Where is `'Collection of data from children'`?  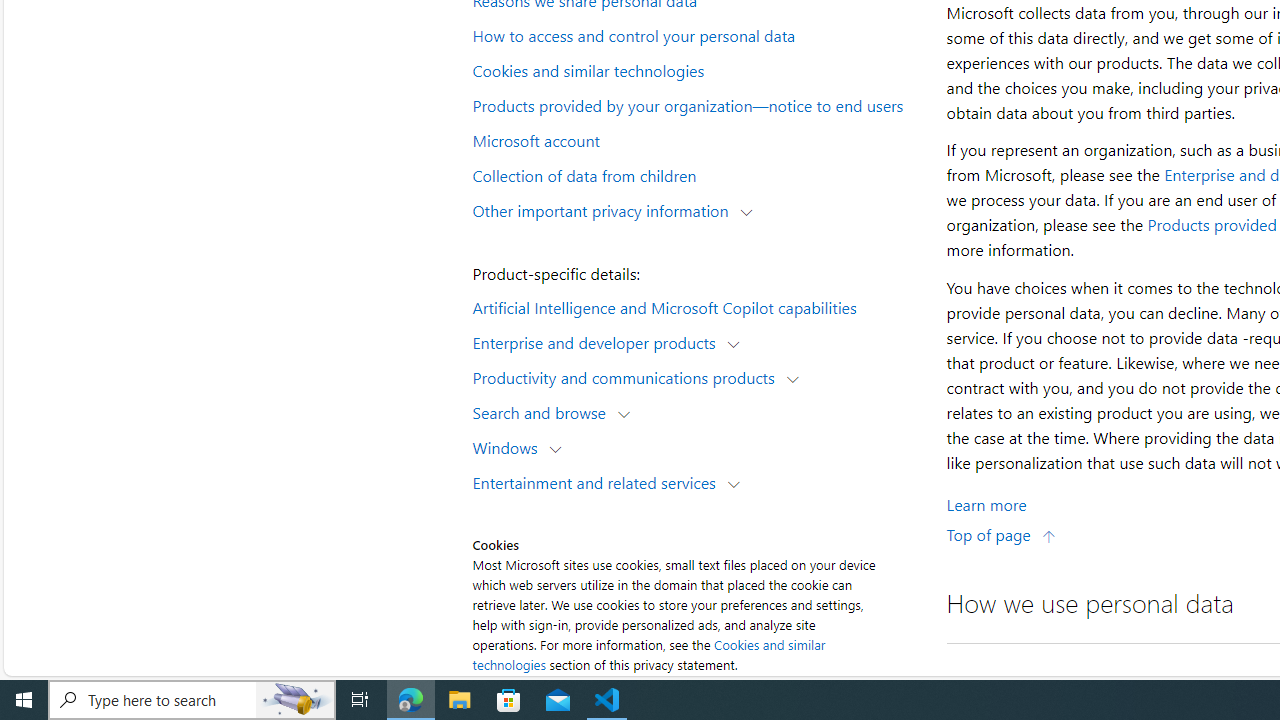 'Collection of data from children' is located at coordinates (696, 173).